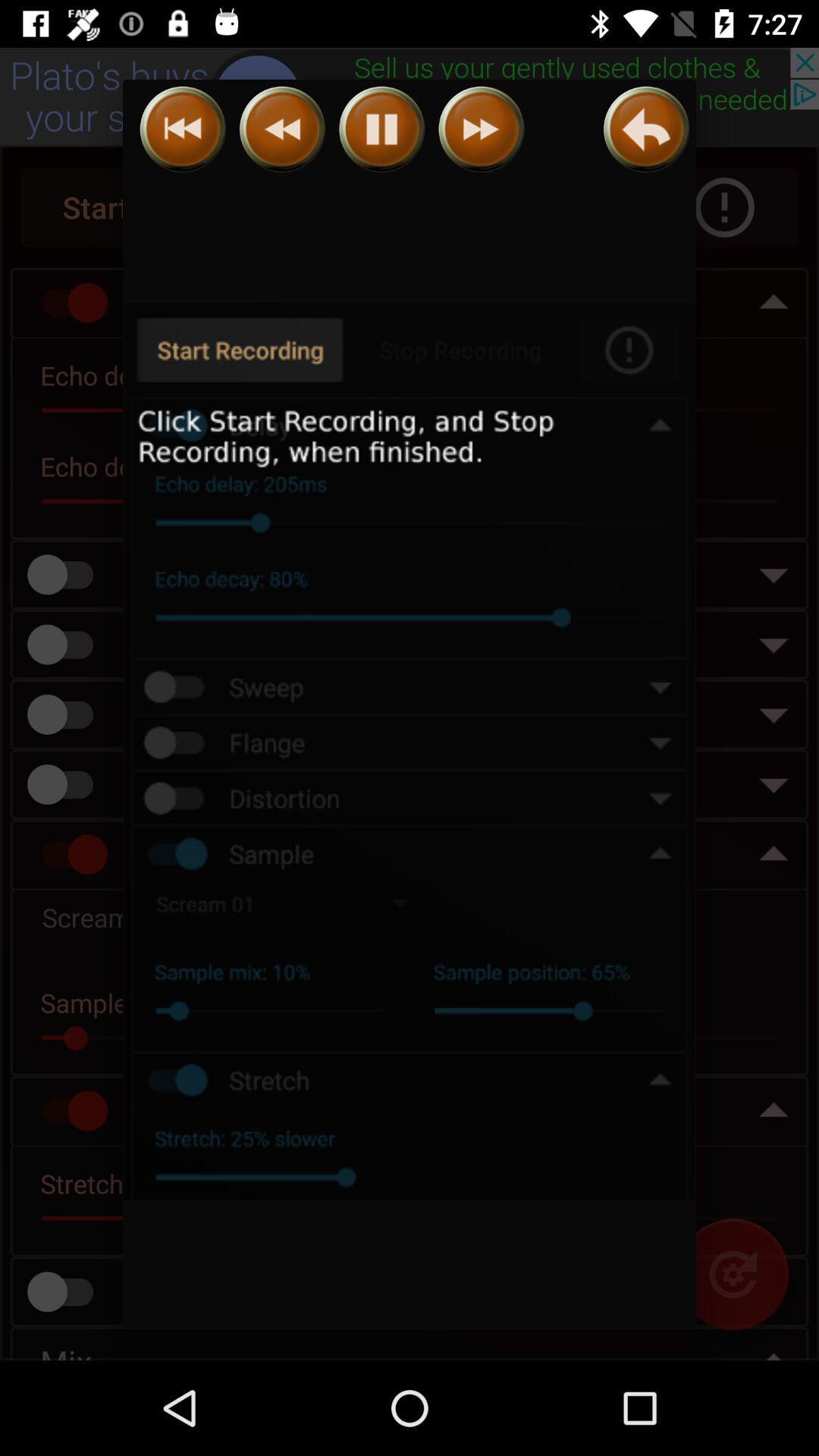 This screenshot has width=819, height=1456. What do you see at coordinates (646, 129) in the screenshot?
I see `back` at bounding box center [646, 129].